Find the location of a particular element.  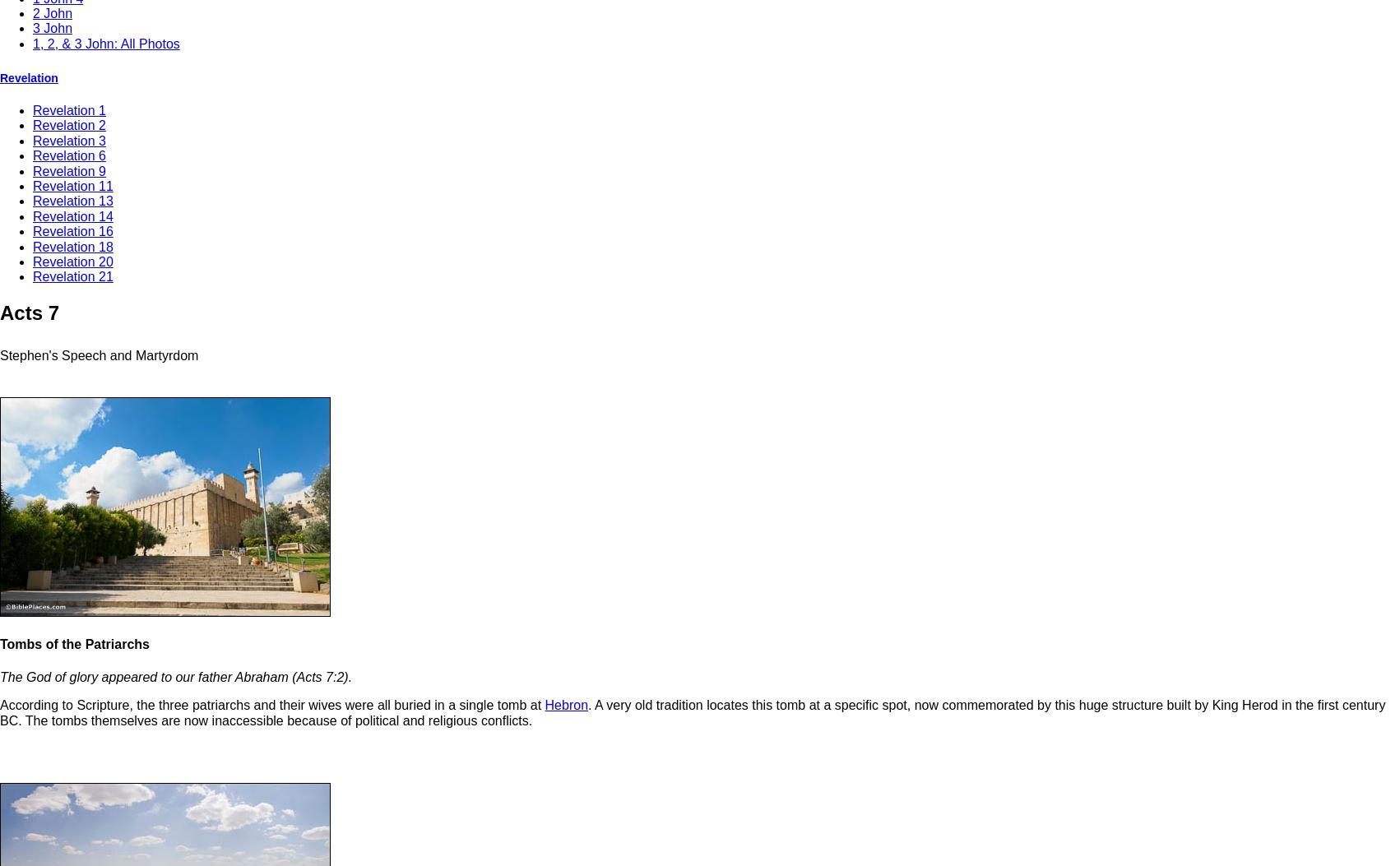

'Revelation 14' is located at coordinates (32, 215).